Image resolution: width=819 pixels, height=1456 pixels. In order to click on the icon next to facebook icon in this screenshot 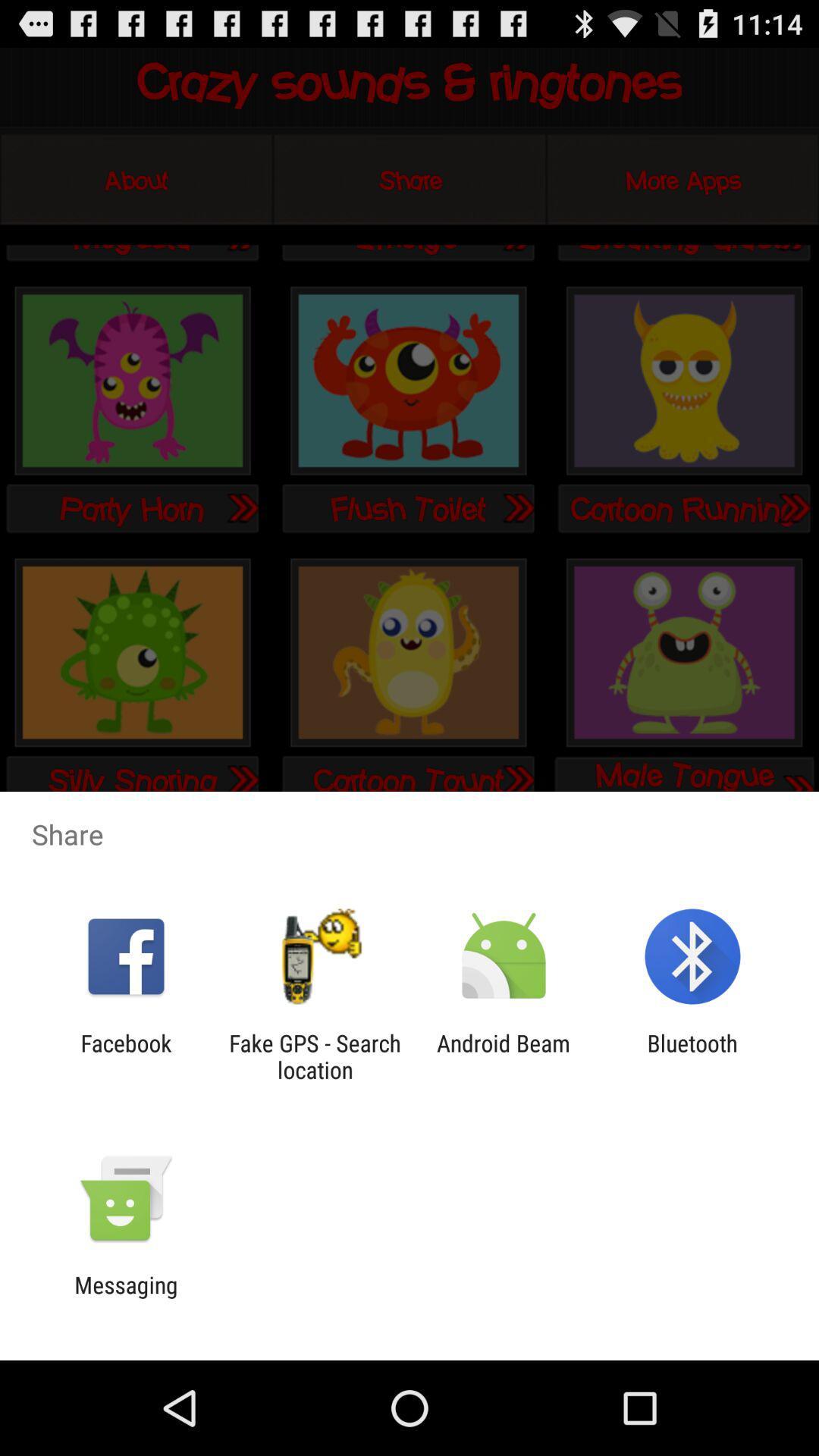, I will do `click(314, 1056)`.